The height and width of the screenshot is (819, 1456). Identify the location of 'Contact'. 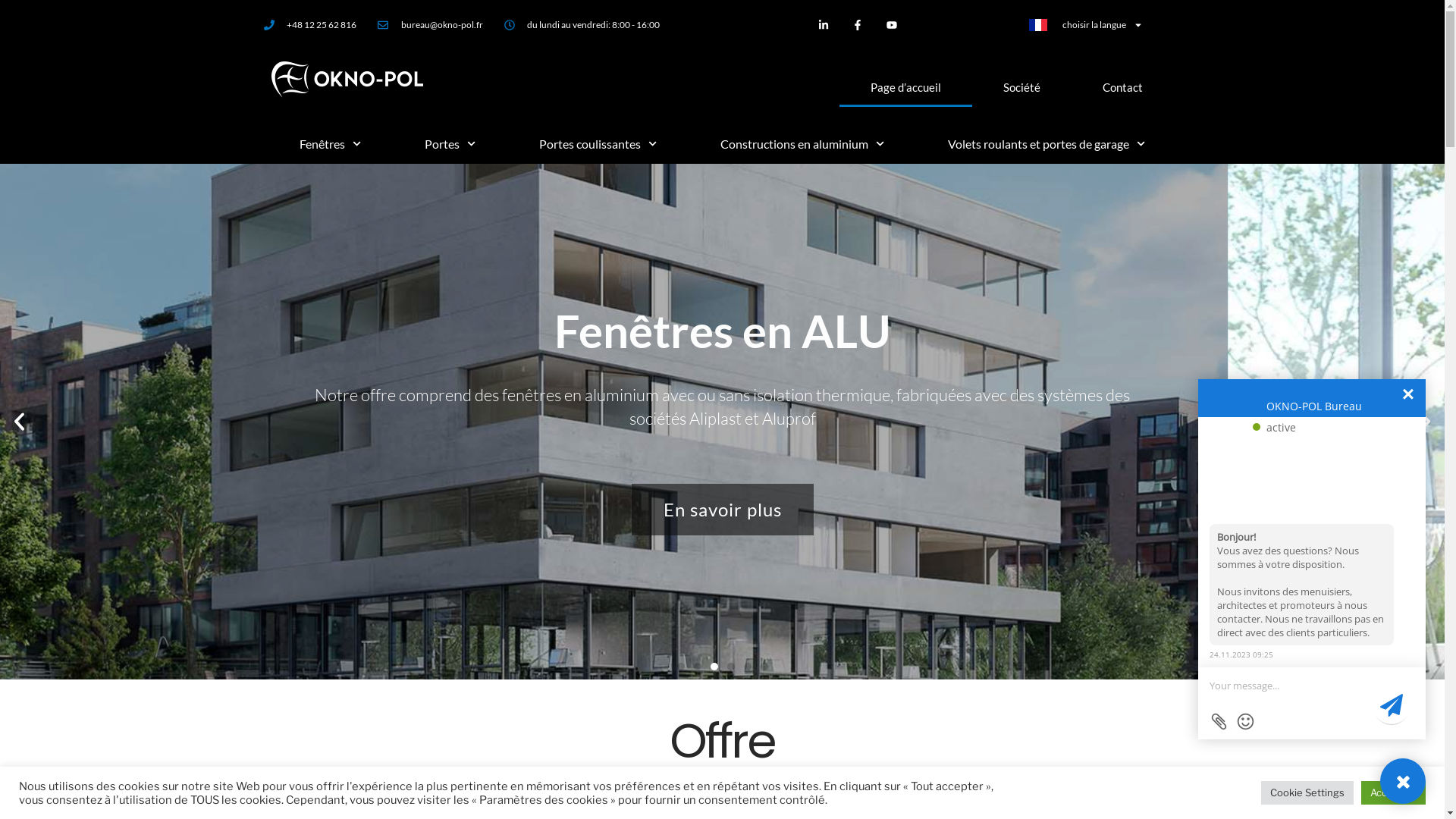
(1122, 87).